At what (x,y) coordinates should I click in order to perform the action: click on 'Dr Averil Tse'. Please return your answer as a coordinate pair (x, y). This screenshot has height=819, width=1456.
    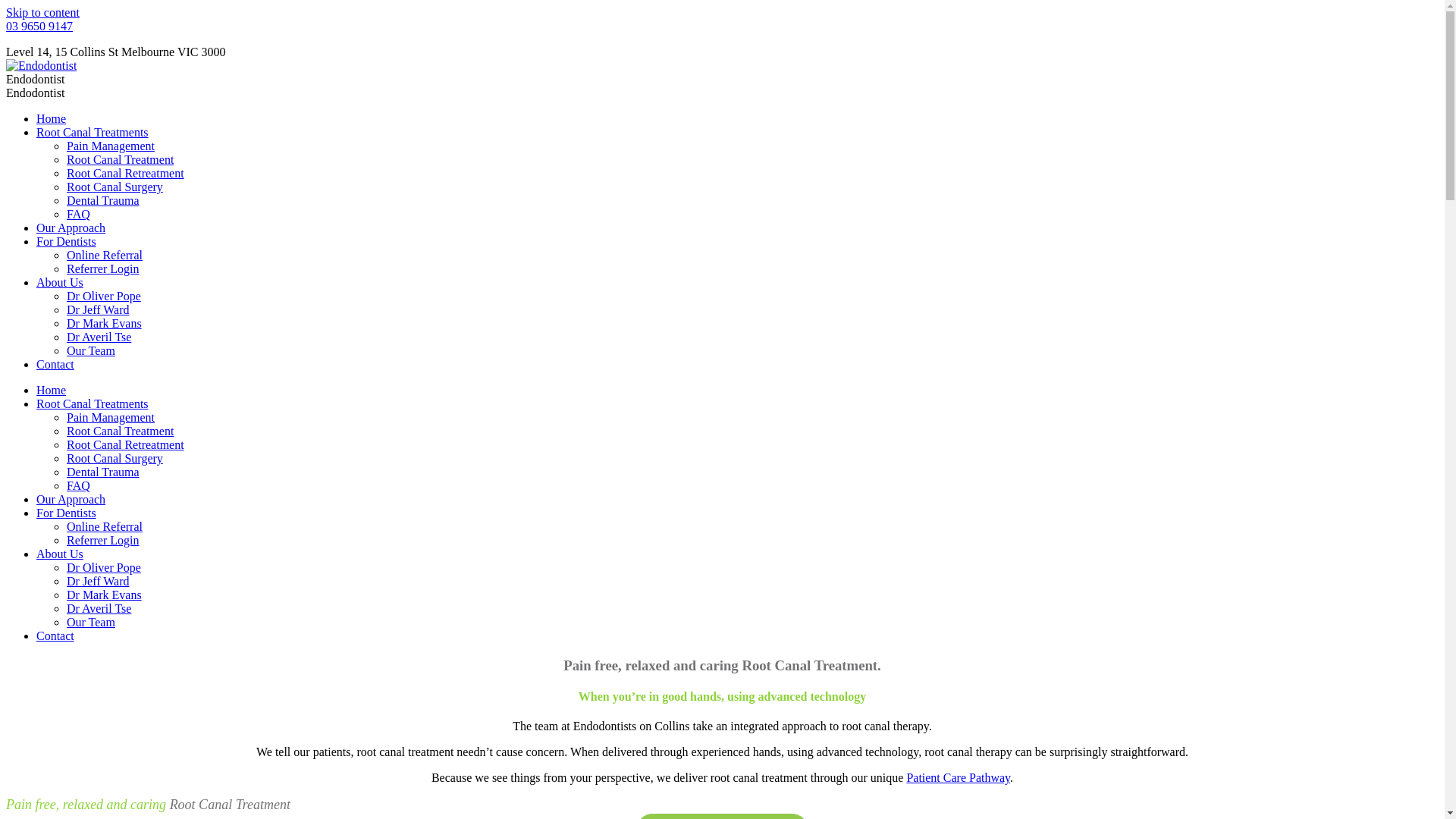
    Looking at the image, I should click on (98, 336).